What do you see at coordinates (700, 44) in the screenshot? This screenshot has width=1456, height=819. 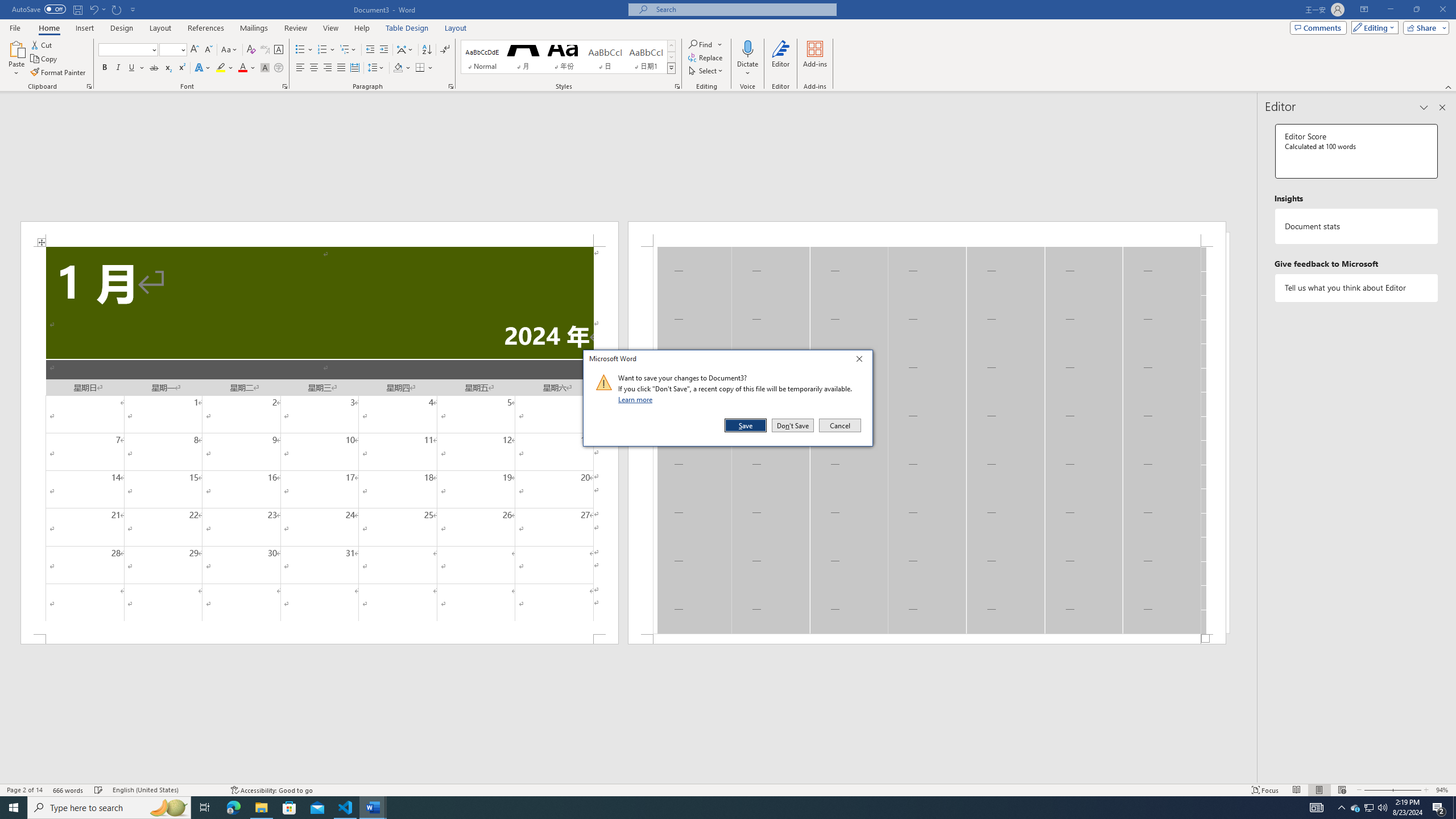 I see `'Find'` at bounding box center [700, 44].